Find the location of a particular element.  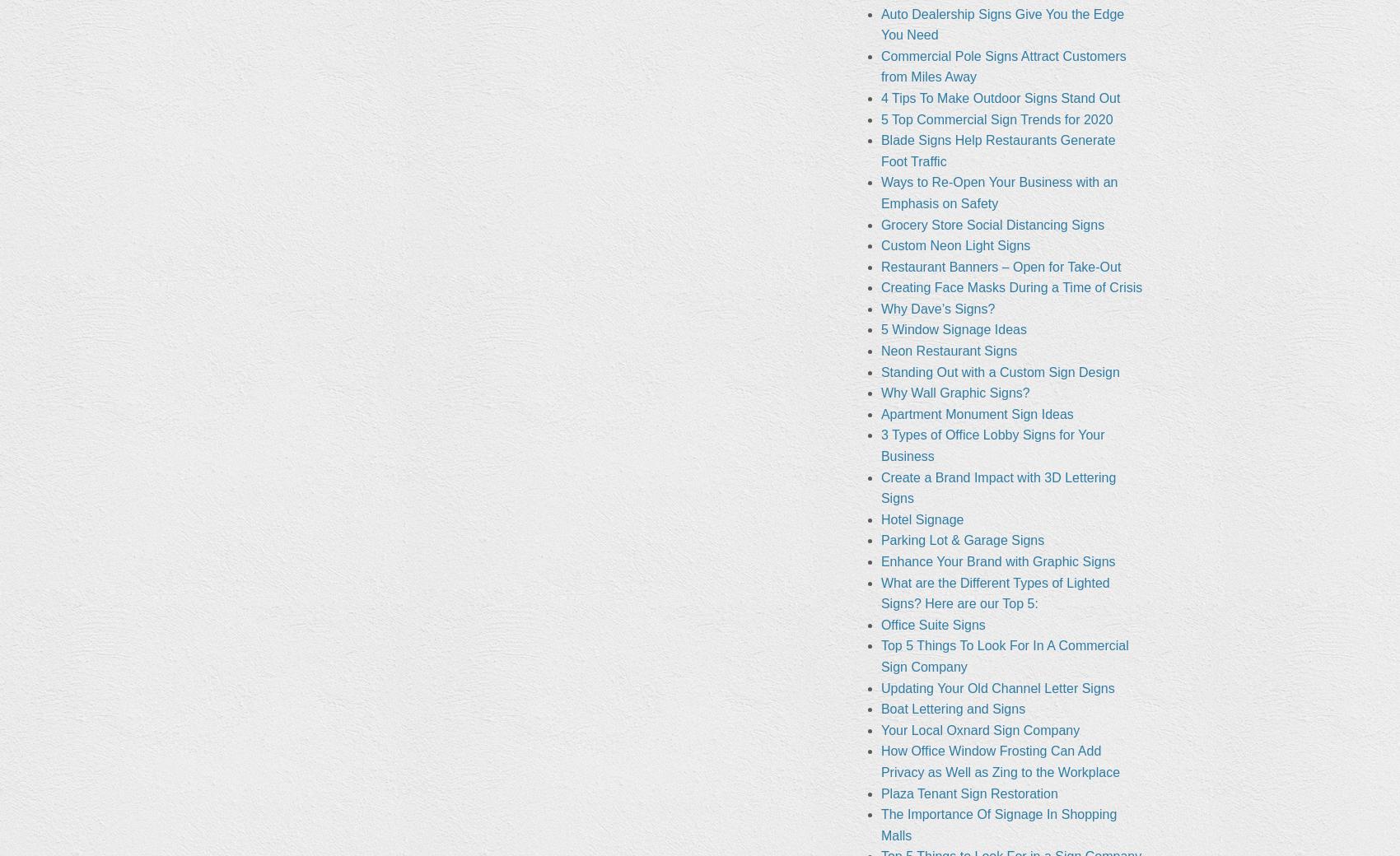

'Plaza Tenant Sign Restoration' is located at coordinates (968, 793).